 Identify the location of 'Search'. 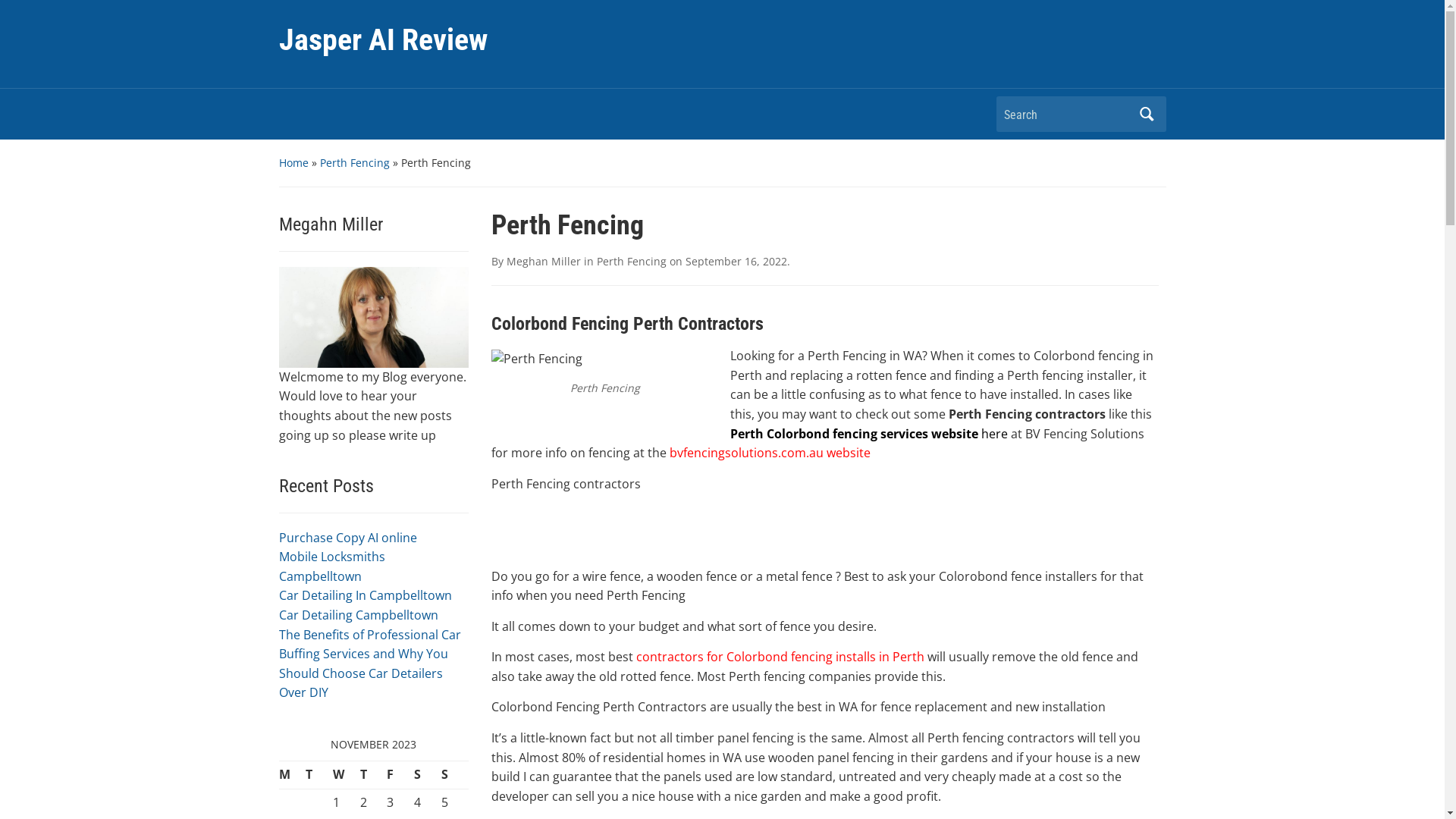
(1147, 113).